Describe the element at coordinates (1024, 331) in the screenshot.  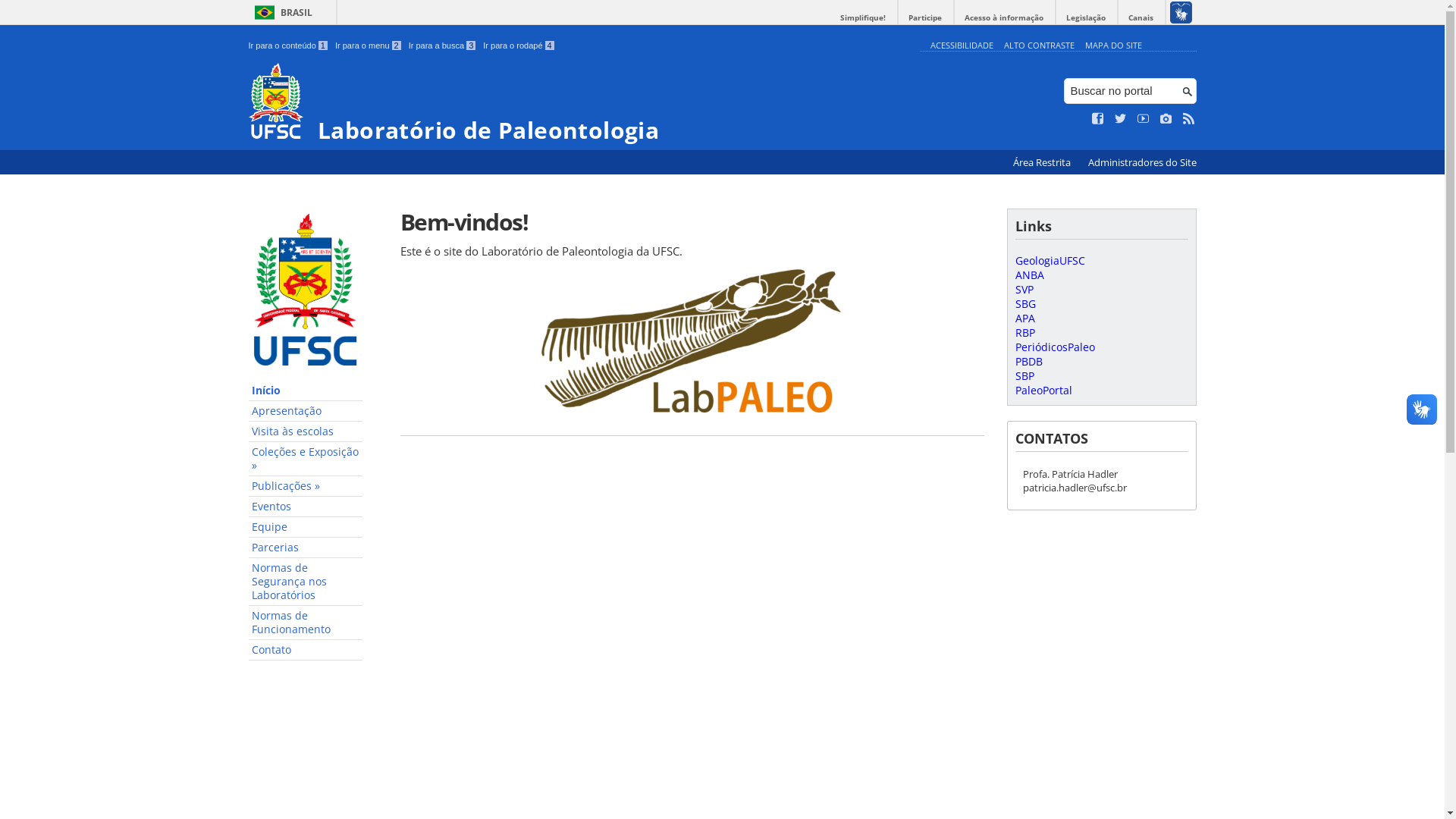
I see `'RBP'` at that location.